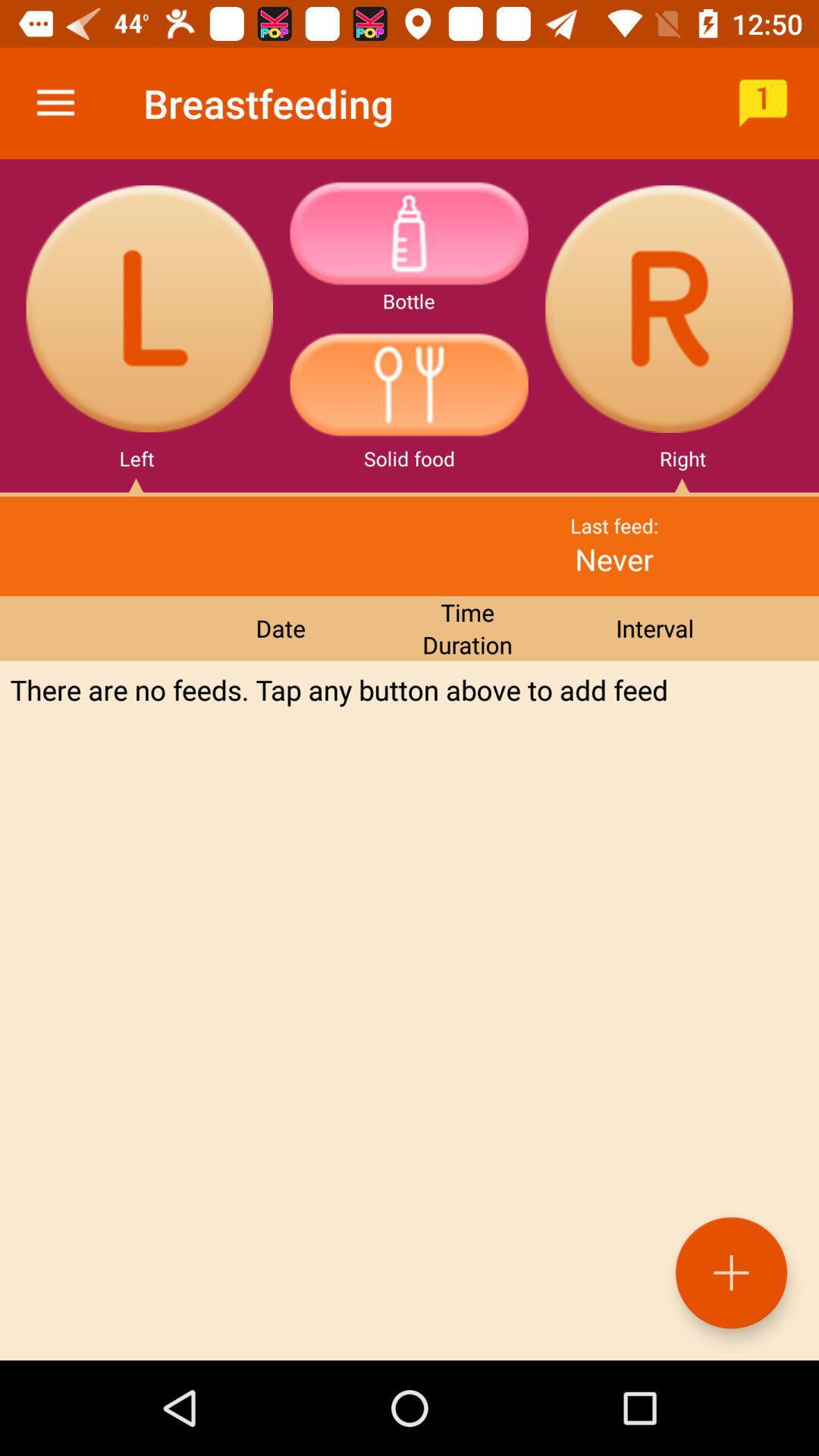 Image resolution: width=819 pixels, height=1456 pixels. I want to click on icon at the bottom right corner, so click(730, 1272).